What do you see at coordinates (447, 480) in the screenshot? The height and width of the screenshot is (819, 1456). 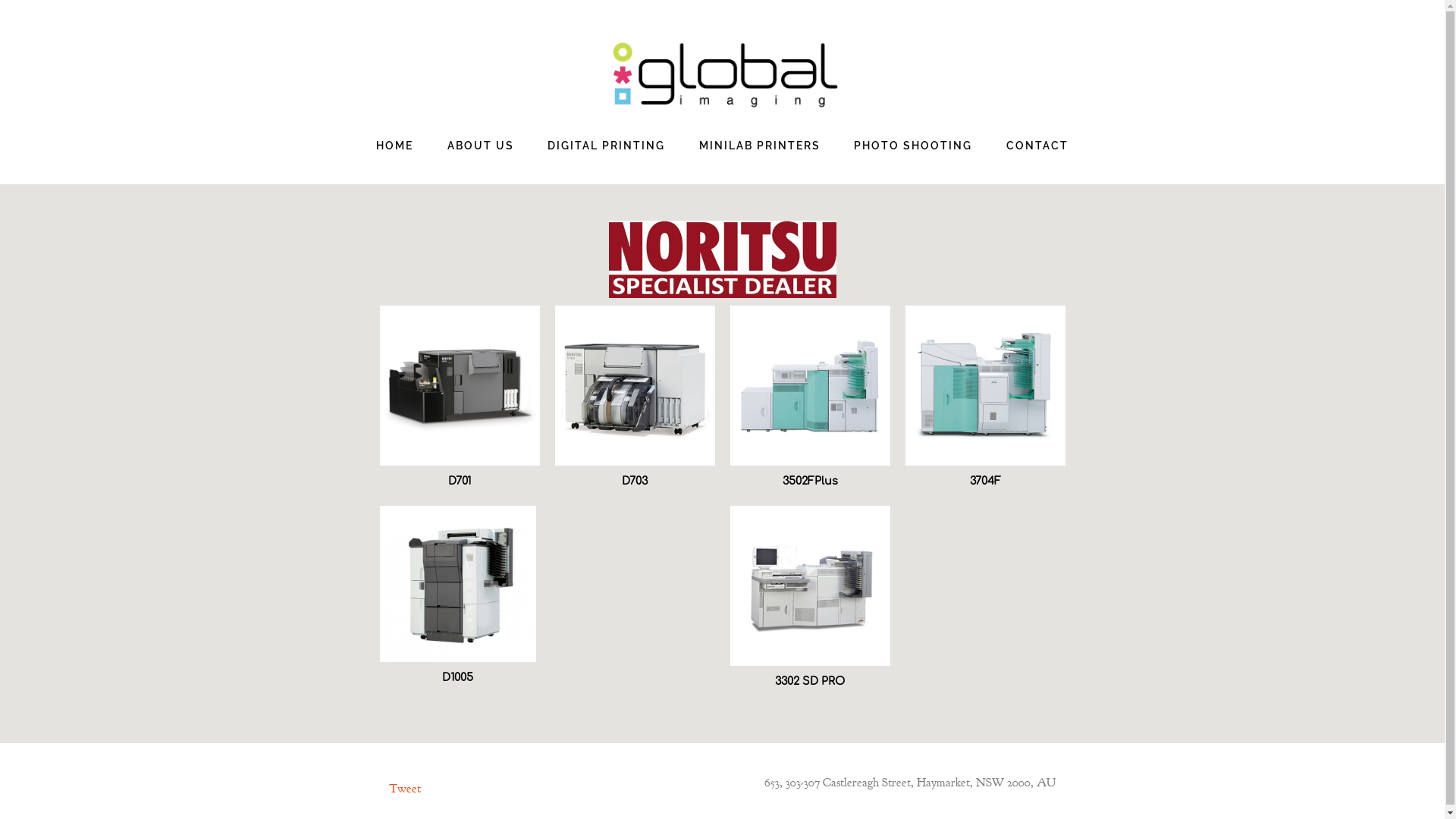 I see `'D701'` at bounding box center [447, 480].